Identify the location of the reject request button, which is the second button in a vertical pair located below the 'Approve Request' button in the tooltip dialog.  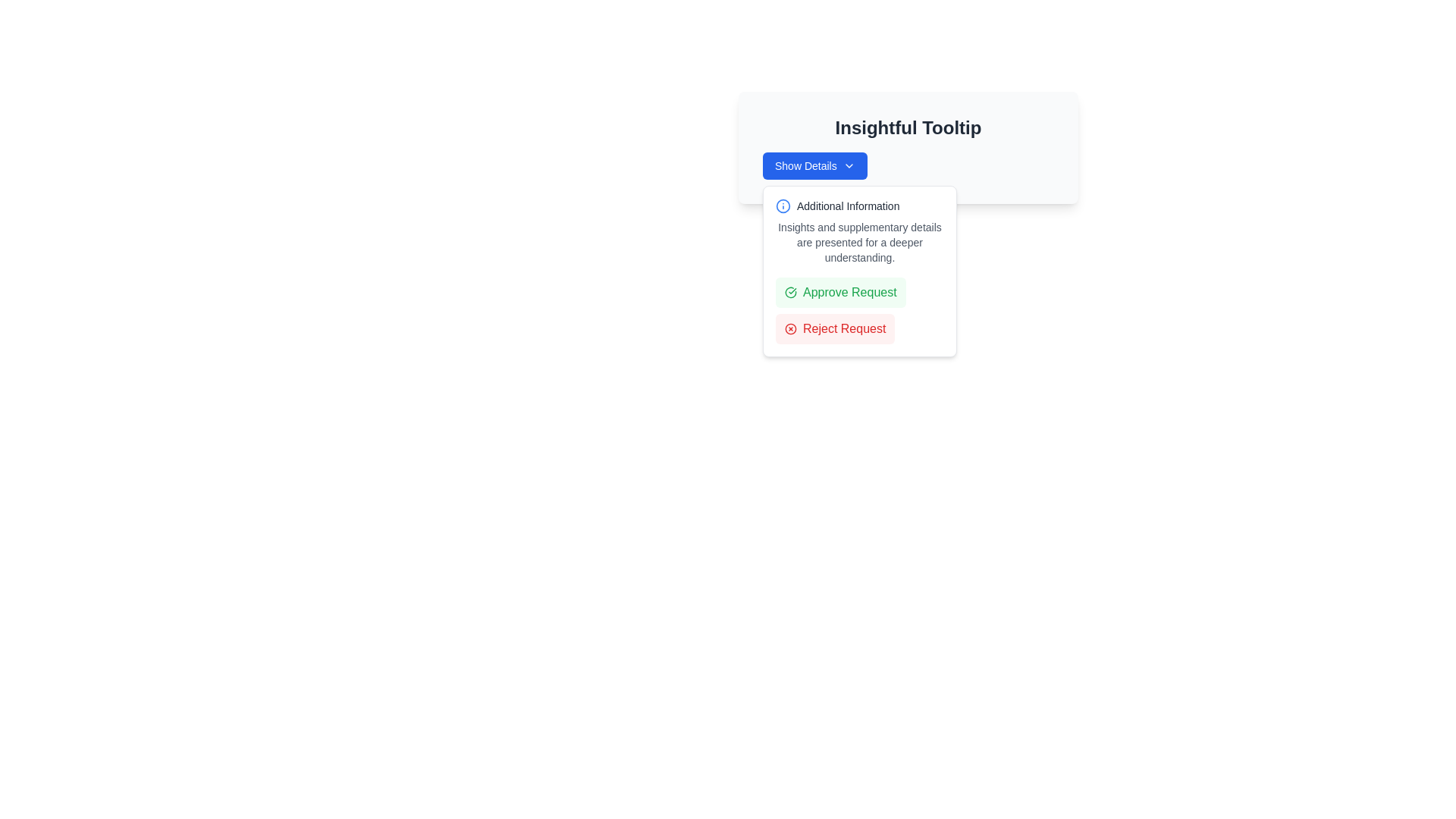
(834, 328).